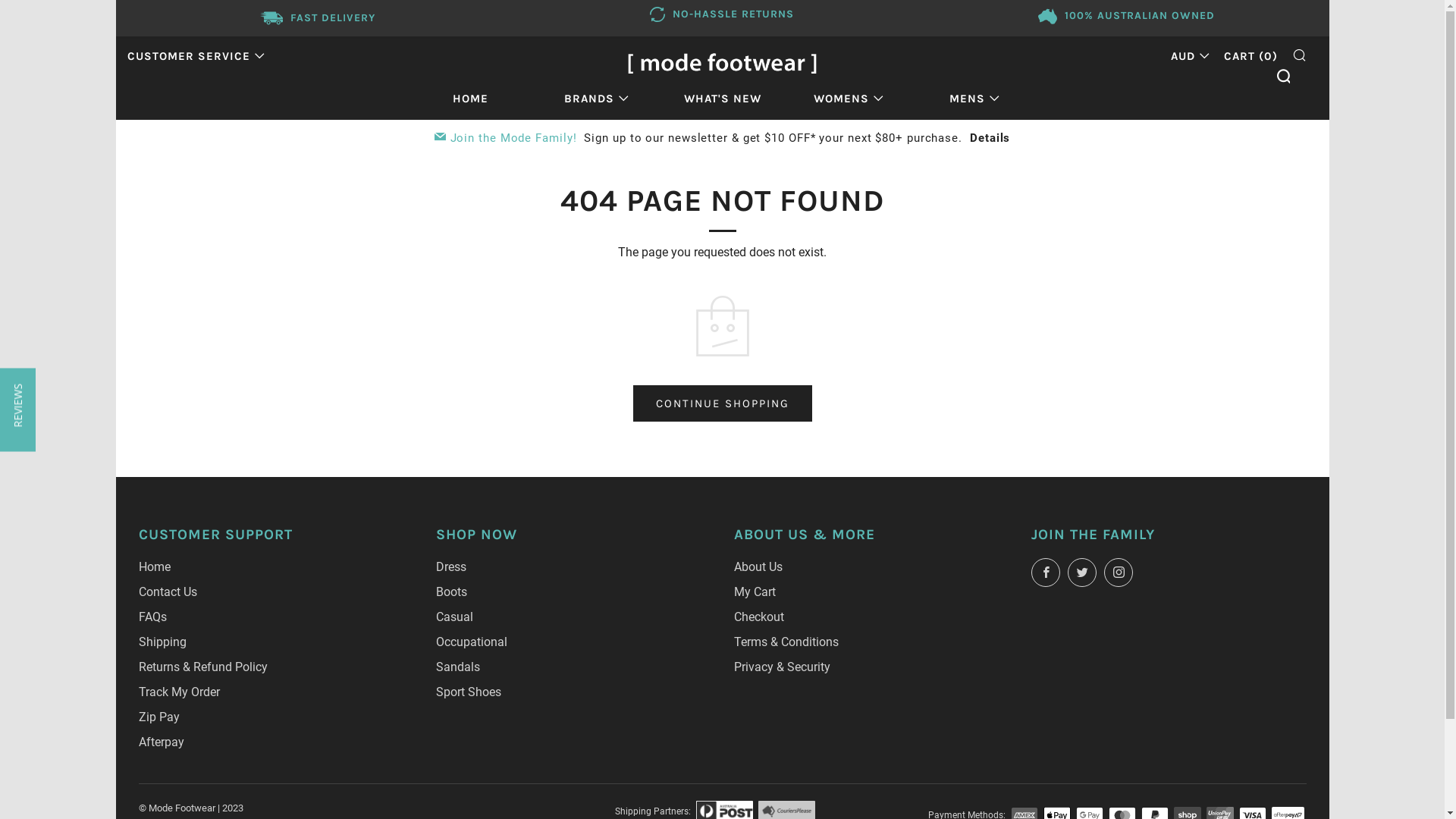 This screenshot has height=819, width=1456. I want to click on 'Facebook', so click(1044, 573).